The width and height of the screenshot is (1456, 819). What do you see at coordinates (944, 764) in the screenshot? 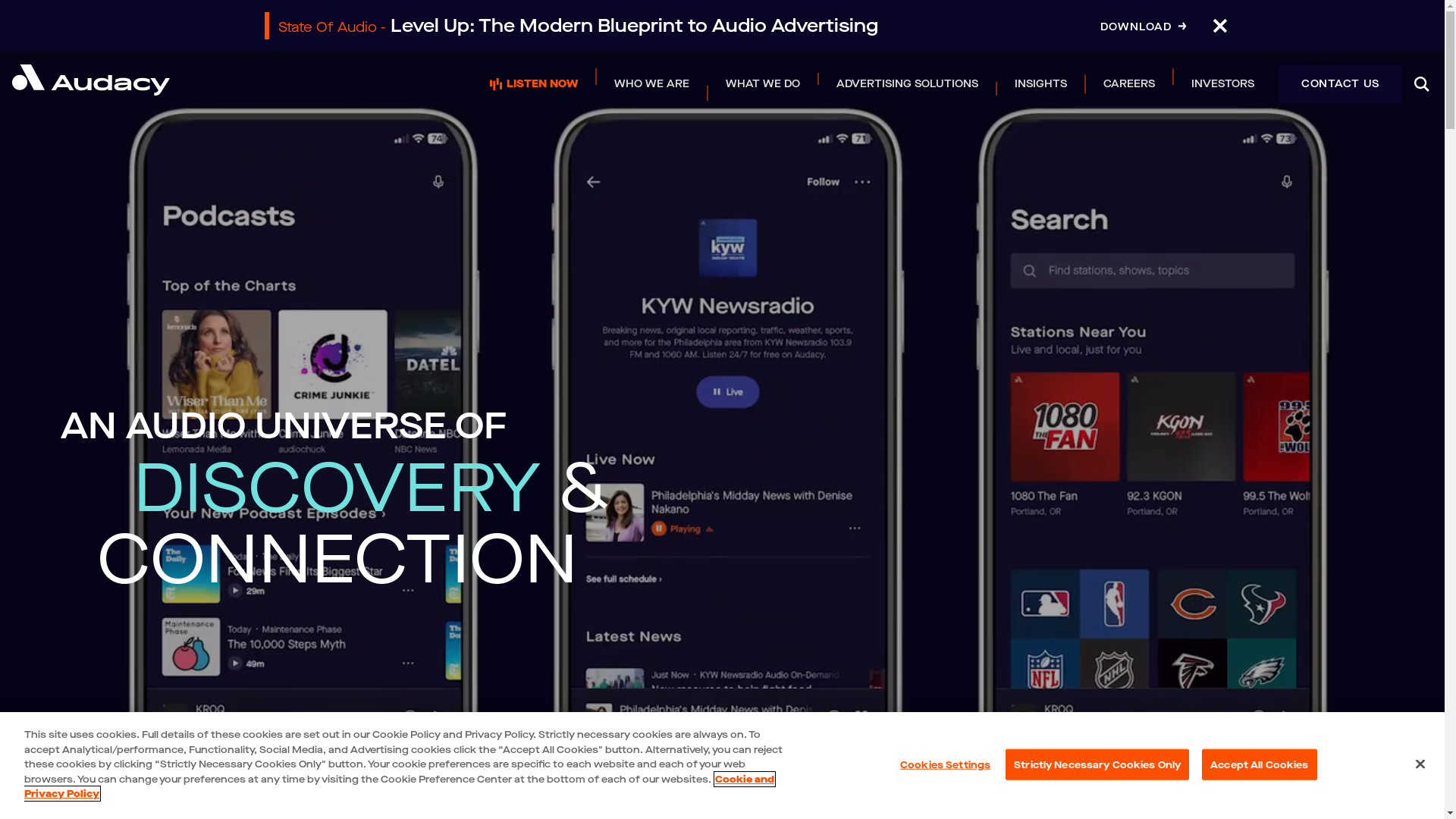
I see `'Cookies Settings'` at bounding box center [944, 764].